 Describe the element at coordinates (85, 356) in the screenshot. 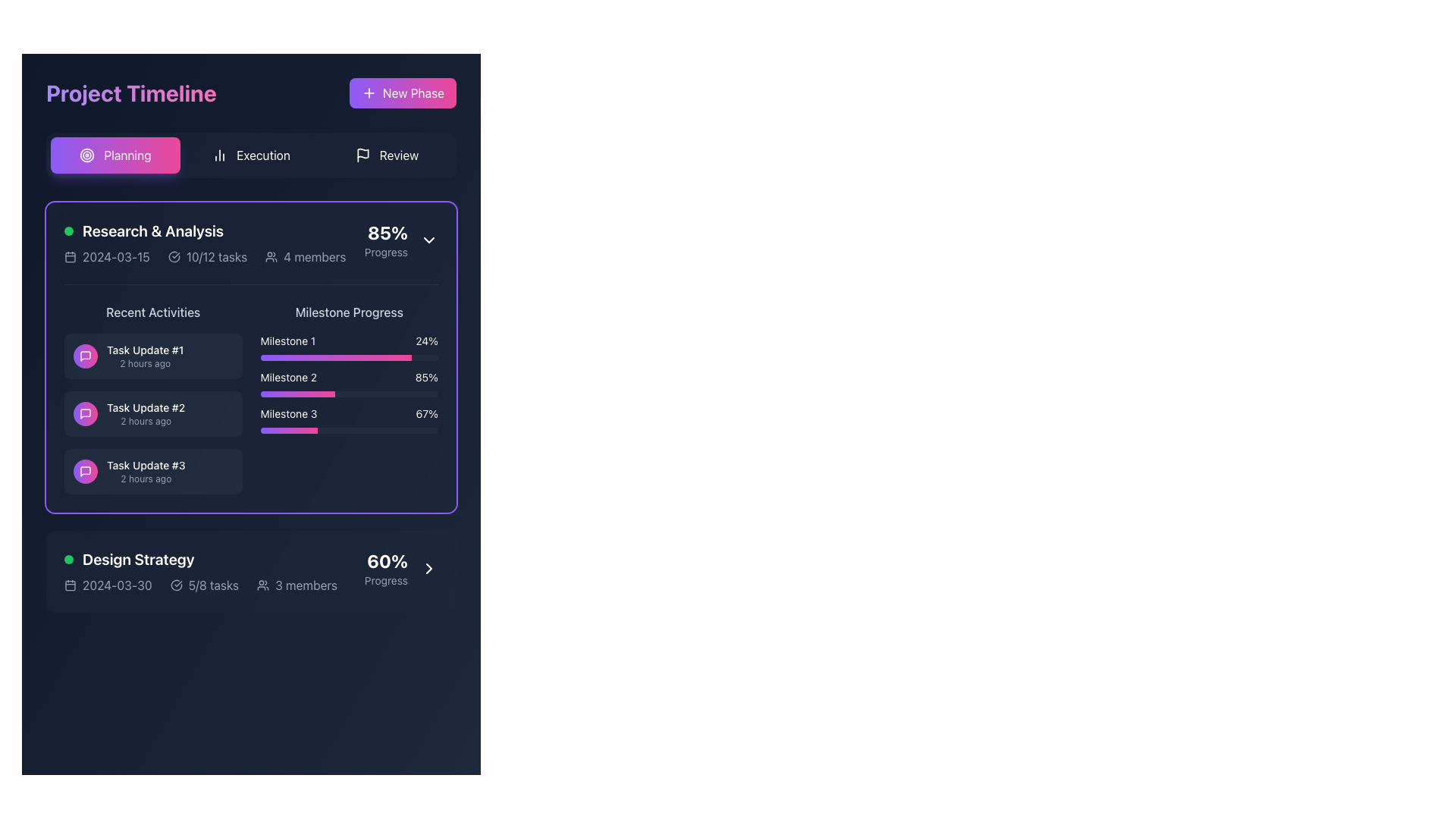

I see `the circular icon with a gradient background transitioning from violet to pink, featuring a white minimalist speech bubble in the center, located in the 'Recent Activities' section of the 'Research & Analysis' area` at that location.